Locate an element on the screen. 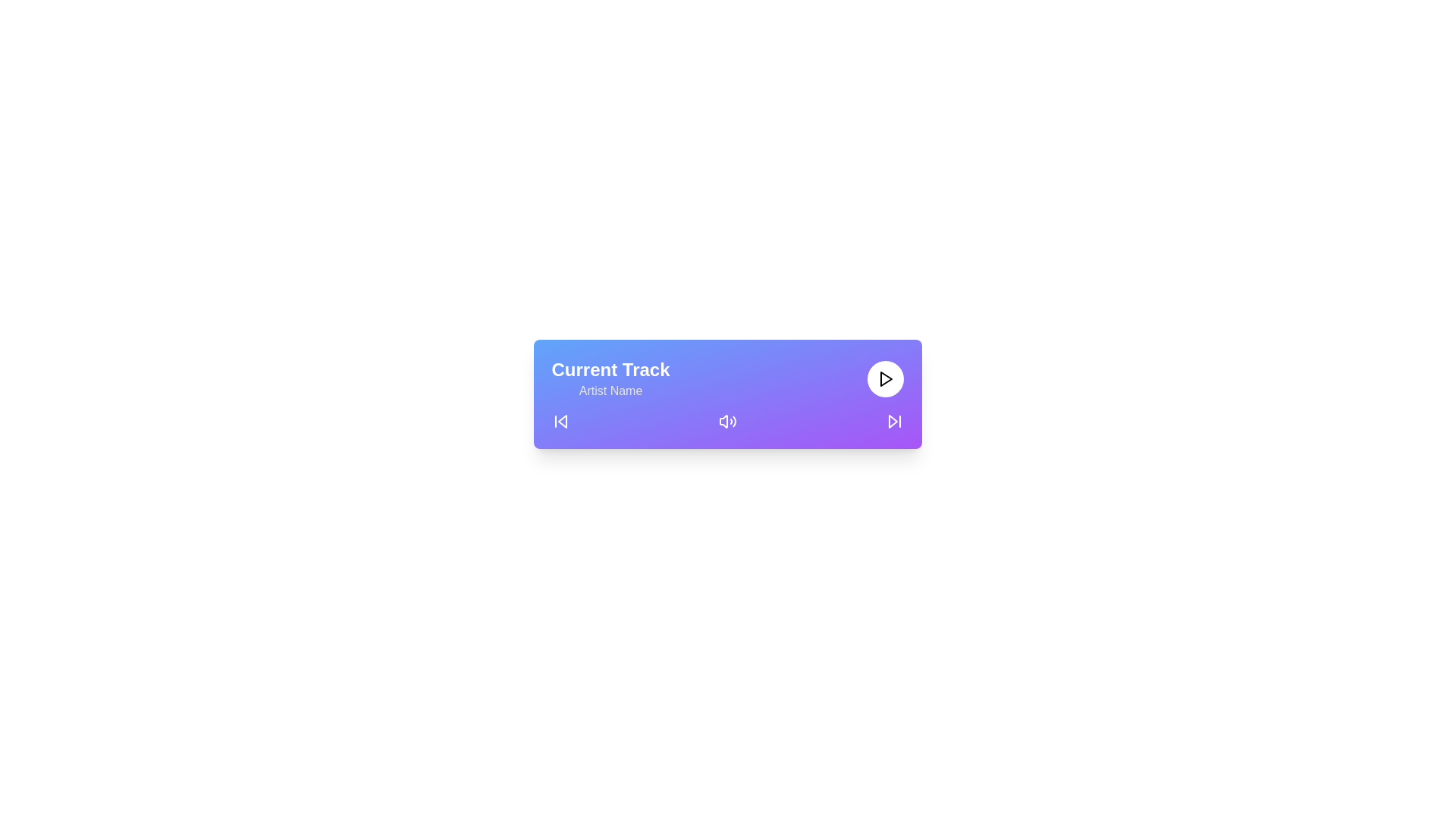 Image resolution: width=1456 pixels, height=819 pixels. the white speaker icon against a purple gradient background to adjust the volume is located at coordinates (726, 421).